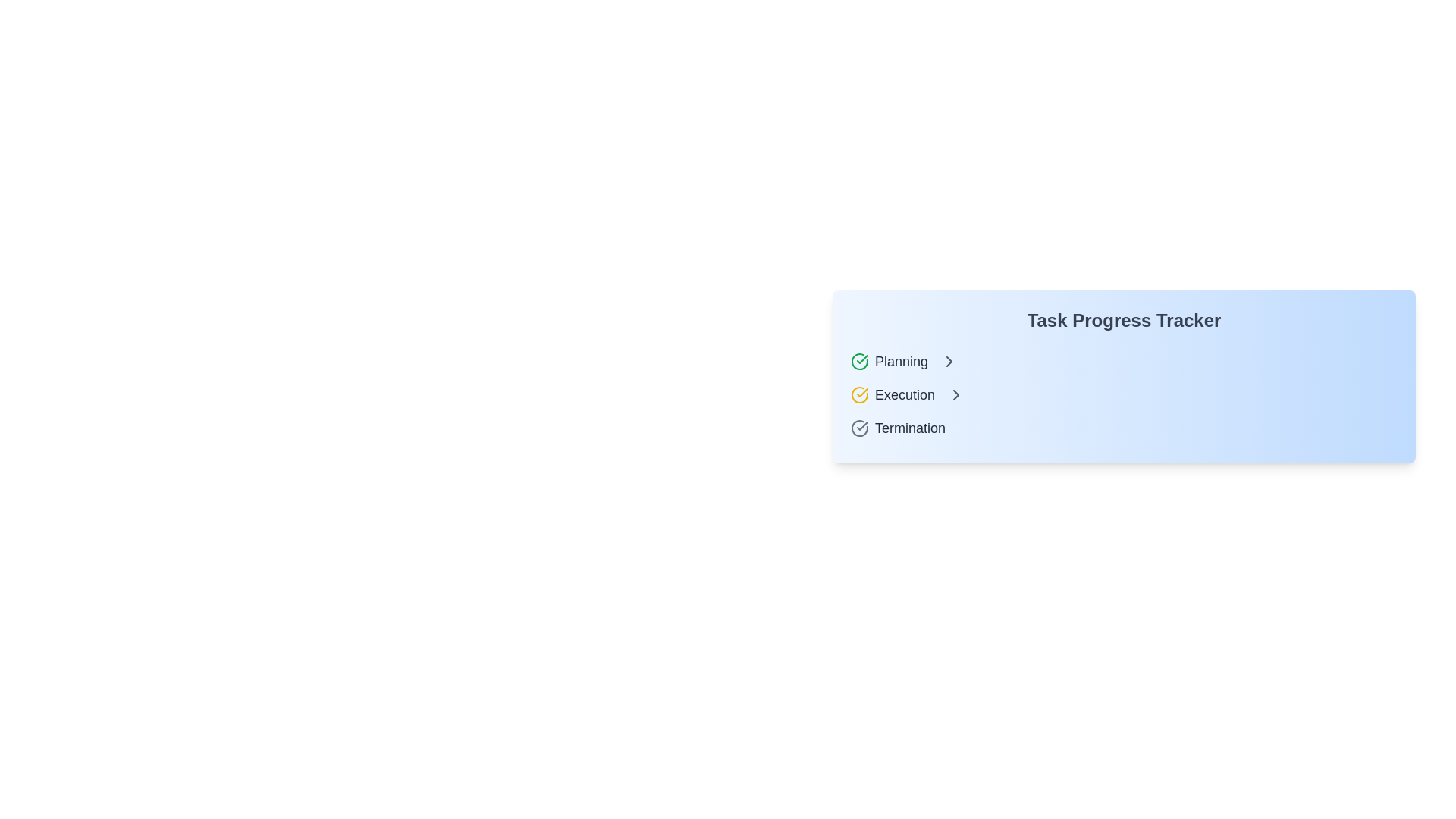 The image size is (1456, 819). Describe the element at coordinates (902, 362) in the screenshot. I see `text of the 'Planning' stage label in the task progress tracker, located at the top-left of the list with a green checkmark icon to its left and a right-arrow chevron to its right` at that location.